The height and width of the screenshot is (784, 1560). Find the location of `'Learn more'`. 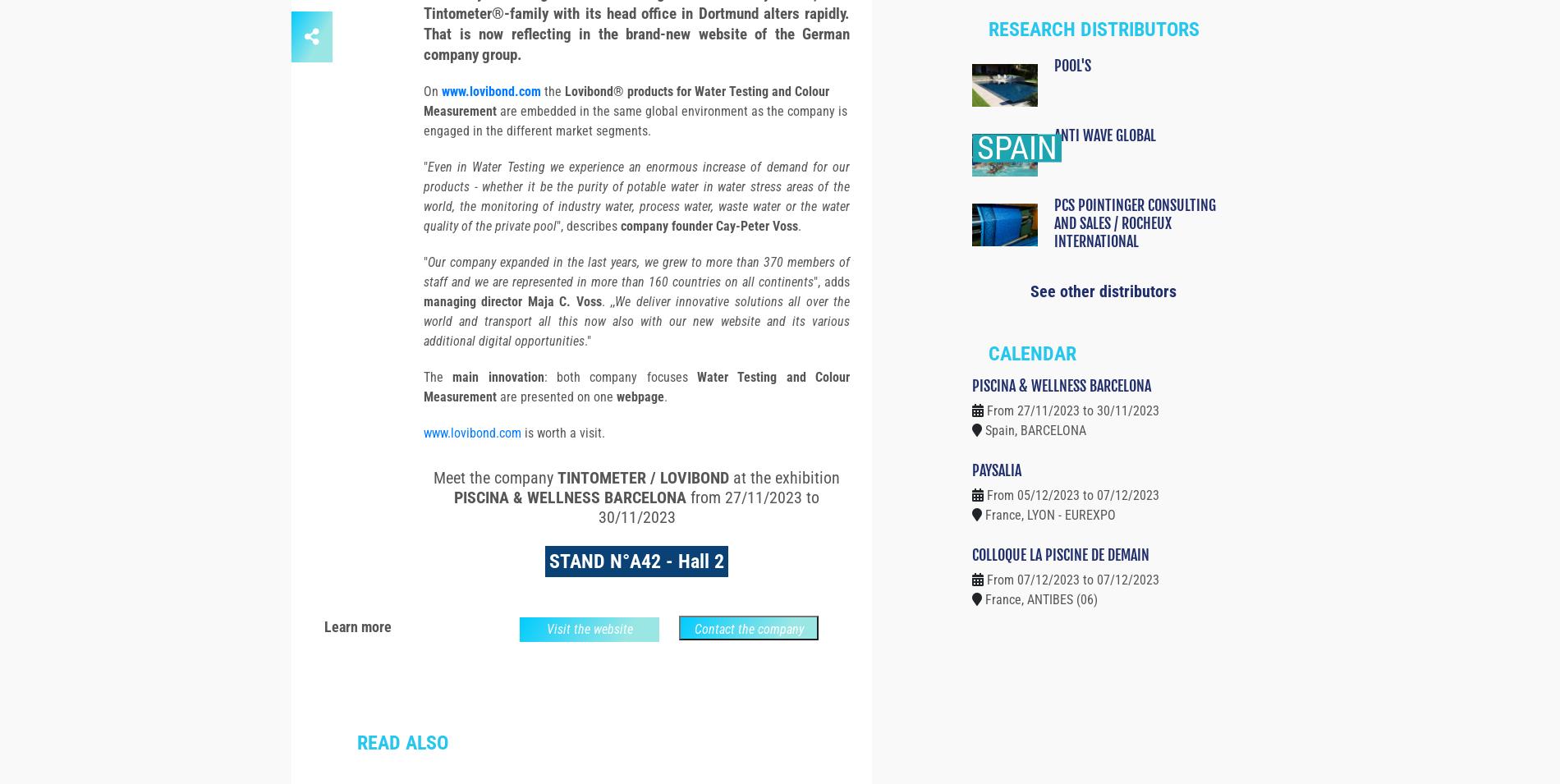

'Learn more' is located at coordinates (357, 656).